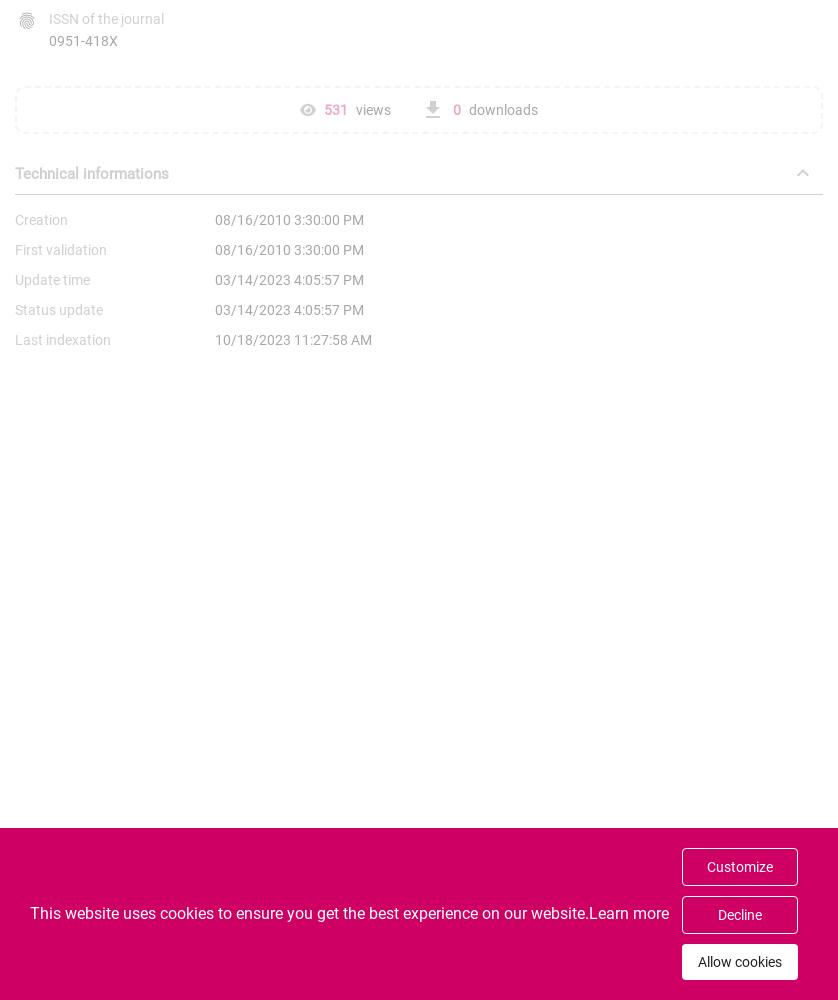 The width and height of the screenshot is (838, 1000). What do you see at coordinates (484, 977) in the screenshot?
I see `'and the'` at bounding box center [484, 977].